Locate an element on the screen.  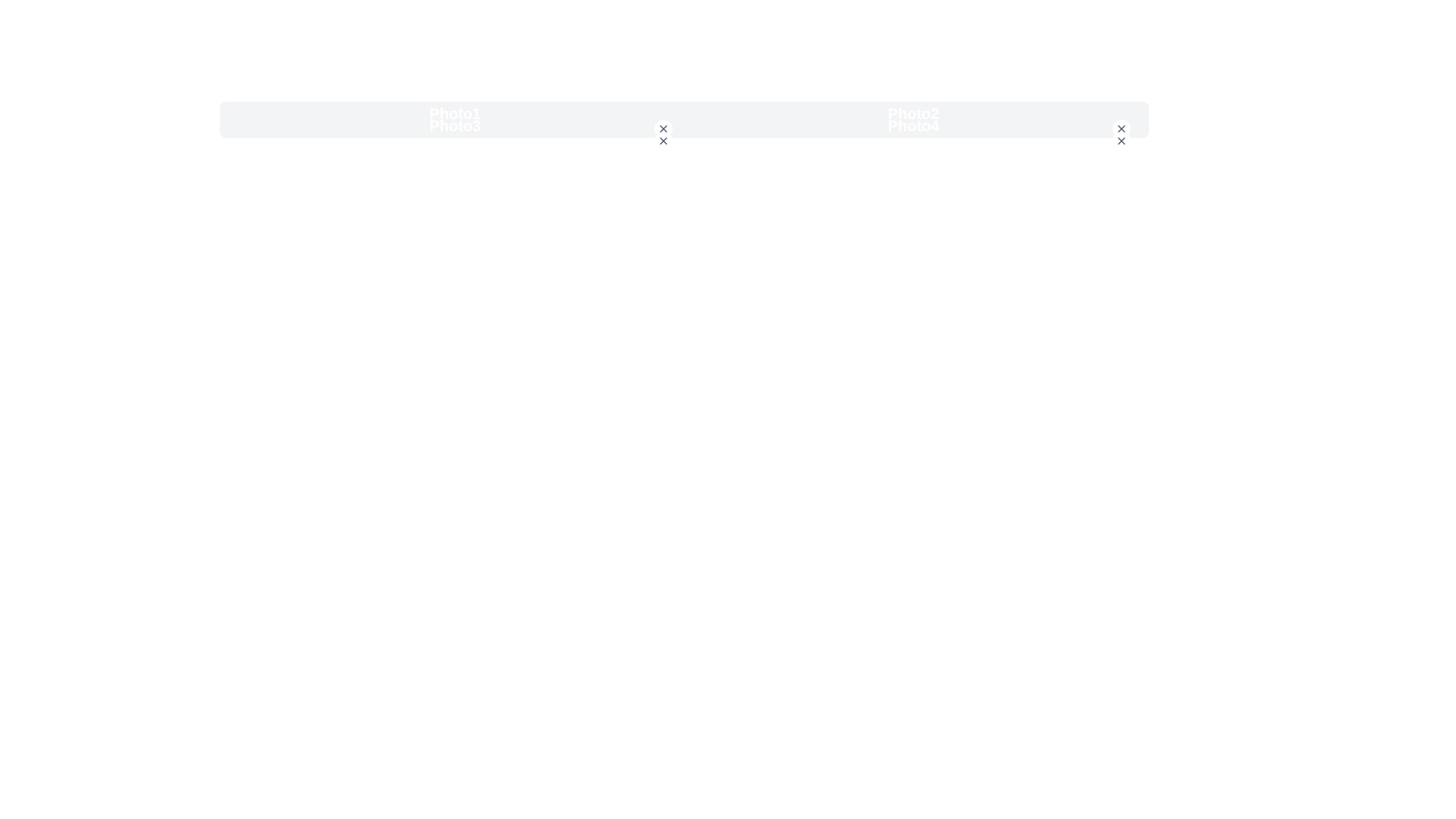
the close or delete button located in the top-right corner of the 'Photo4' item is located at coordinates (1121, 140).